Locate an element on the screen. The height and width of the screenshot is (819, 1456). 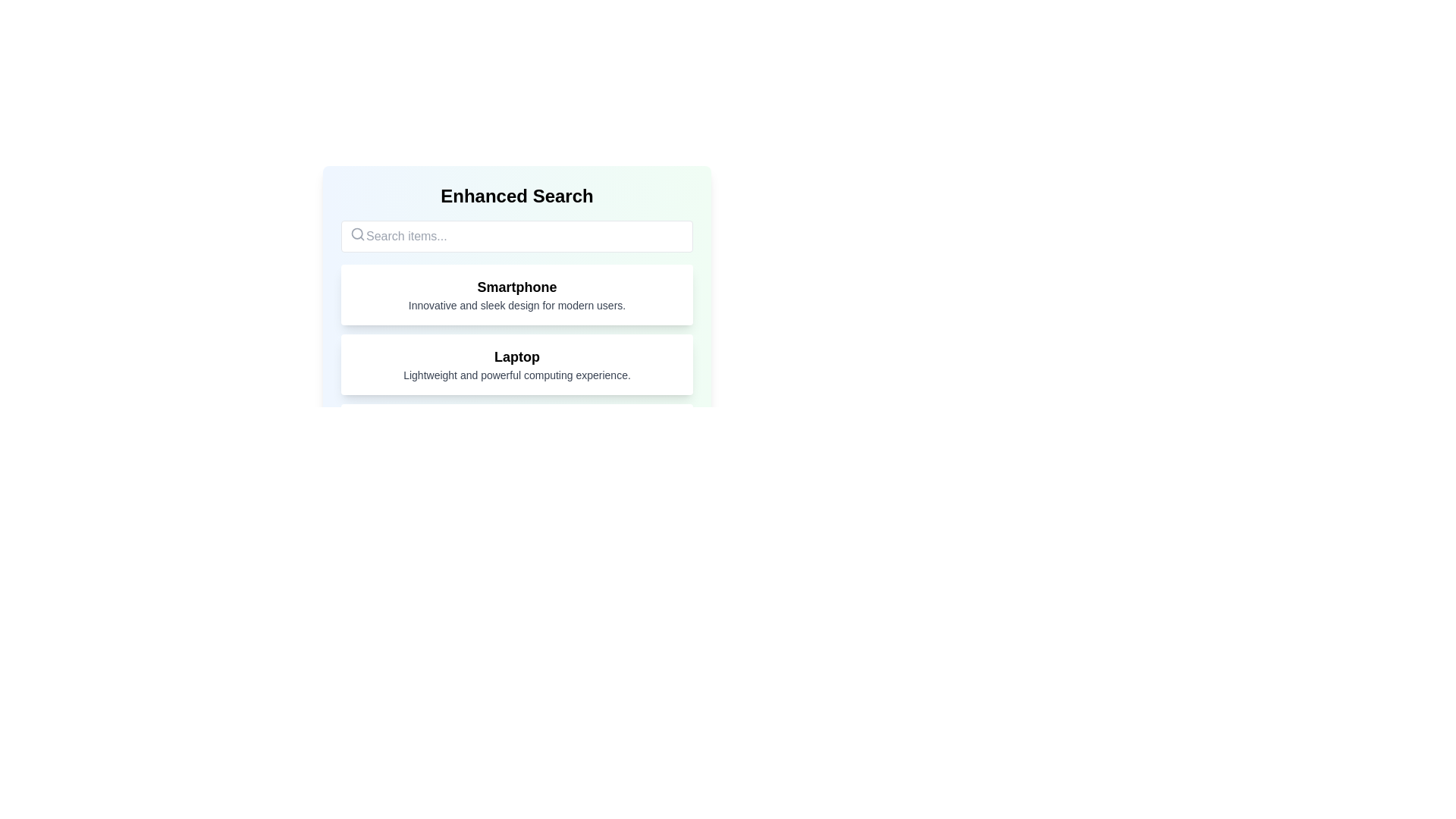
the Text Label that serves as a heading for the card's content, positioned above the search bar and centered horizontally at the top of the interface is located at coordinates (516, 195).